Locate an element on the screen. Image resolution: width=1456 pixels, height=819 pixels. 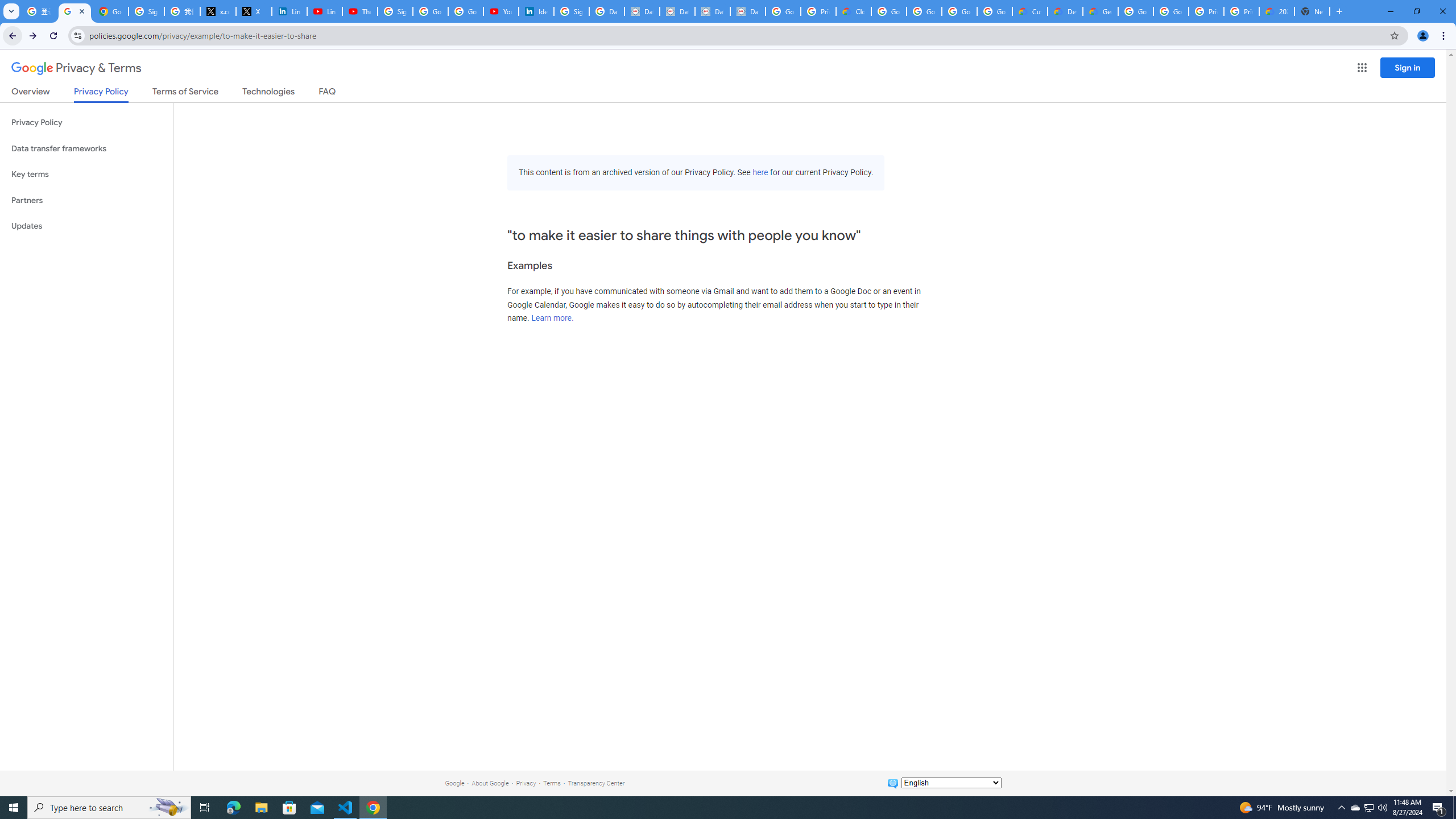
'Change language:' is located at coordinates (950, 781).